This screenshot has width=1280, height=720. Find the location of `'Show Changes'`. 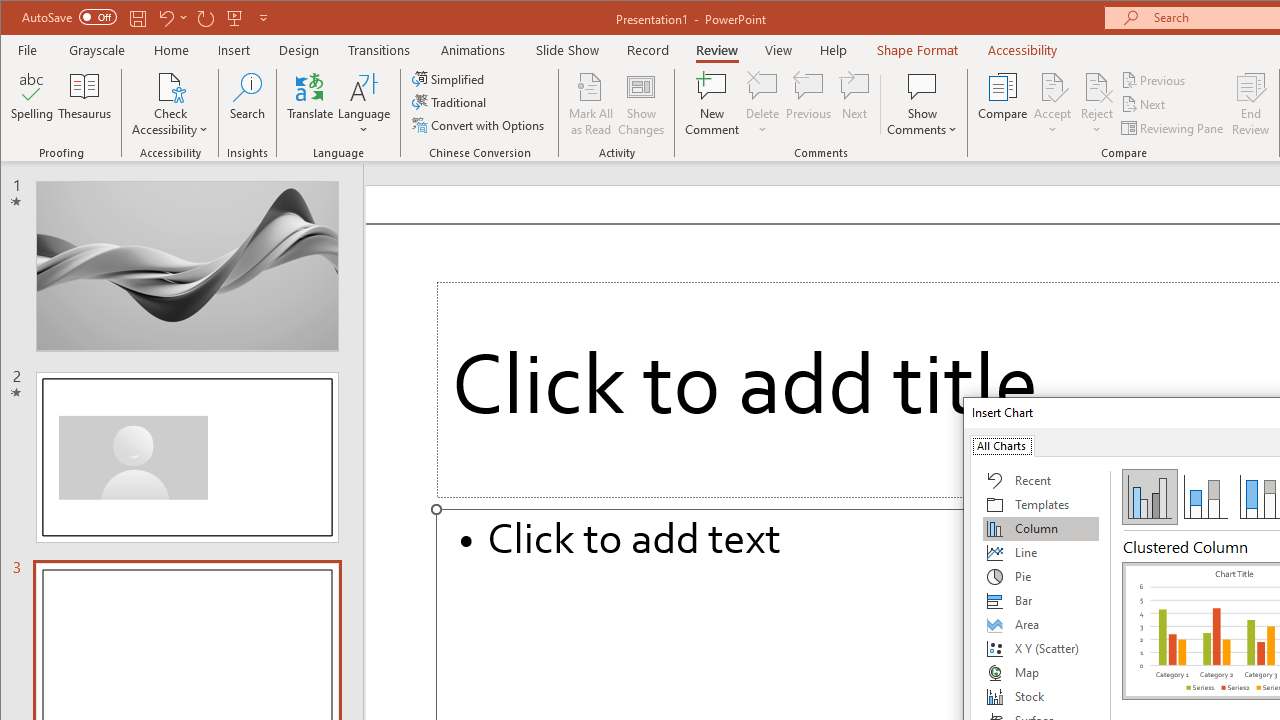

'Show Changes' is located at coordinates (641, 104).